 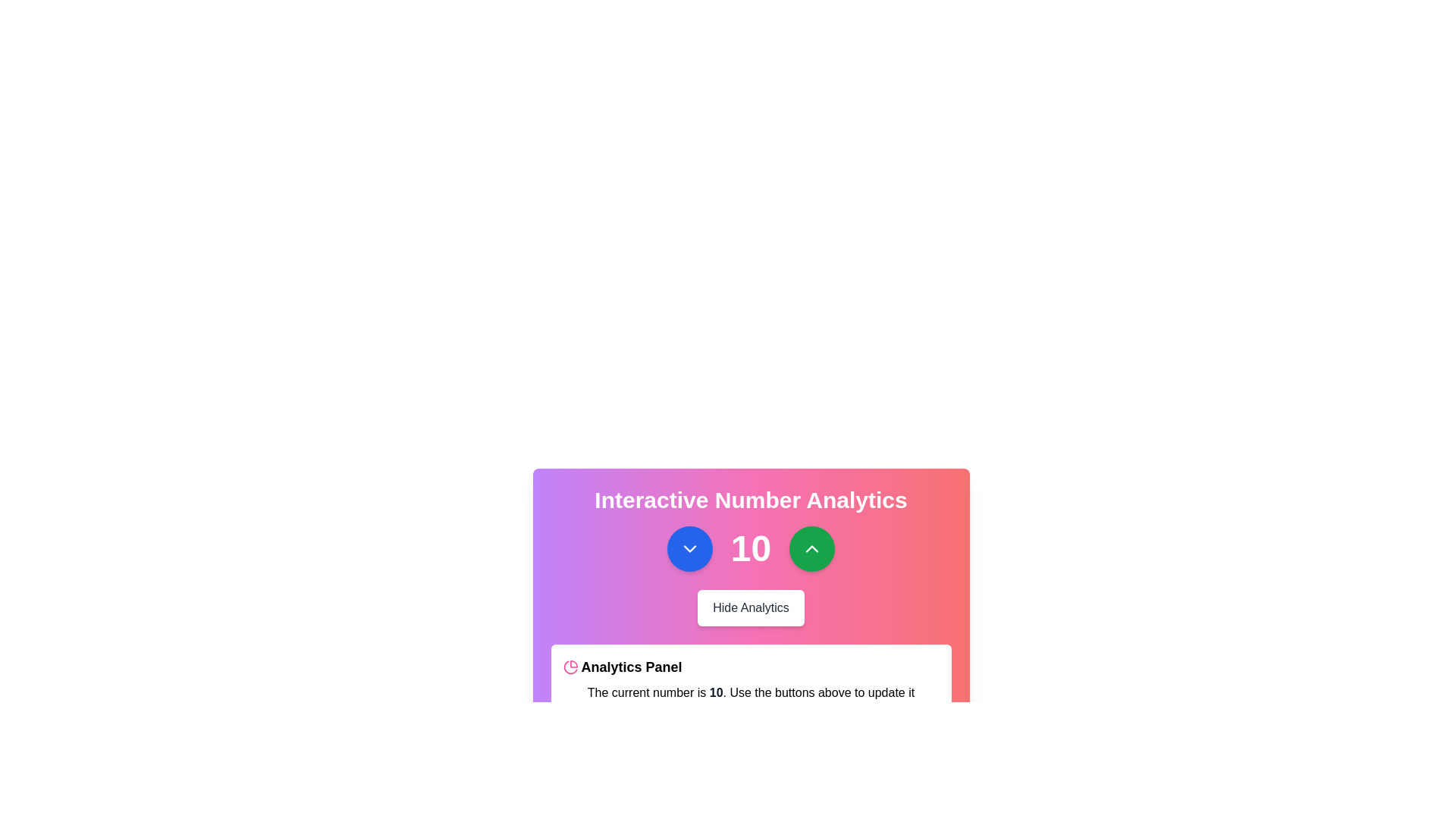 I want to click on the green circular button containing the upward-pointing chevron icon used for increasing a numerical value by navigating with the keyboard, so click(x=811, y=549).